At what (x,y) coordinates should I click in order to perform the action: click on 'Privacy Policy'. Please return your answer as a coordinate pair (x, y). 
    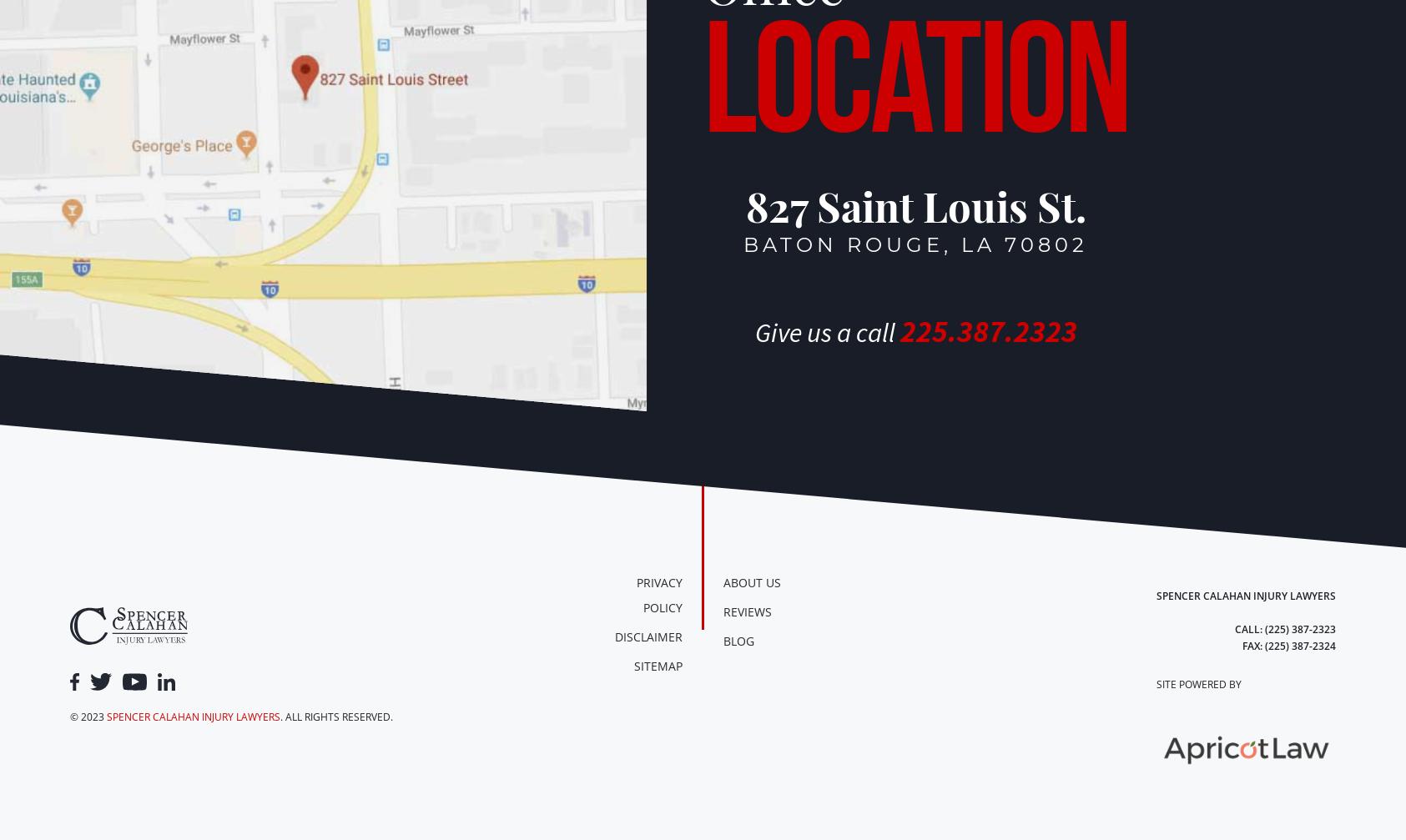
    Looking at the image, I should click on (658, 594).